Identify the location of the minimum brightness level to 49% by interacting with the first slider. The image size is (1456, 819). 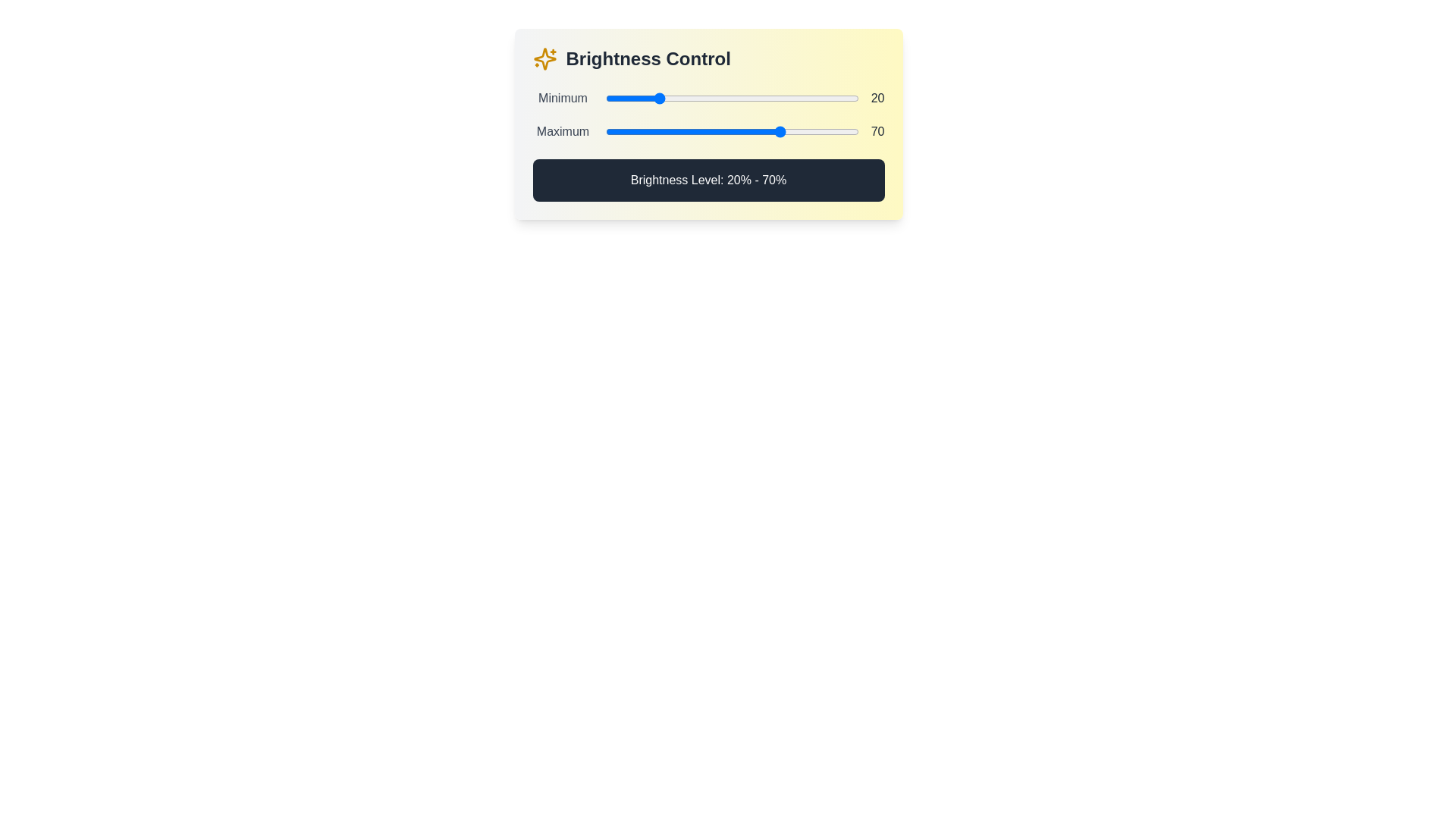
(730, 99).